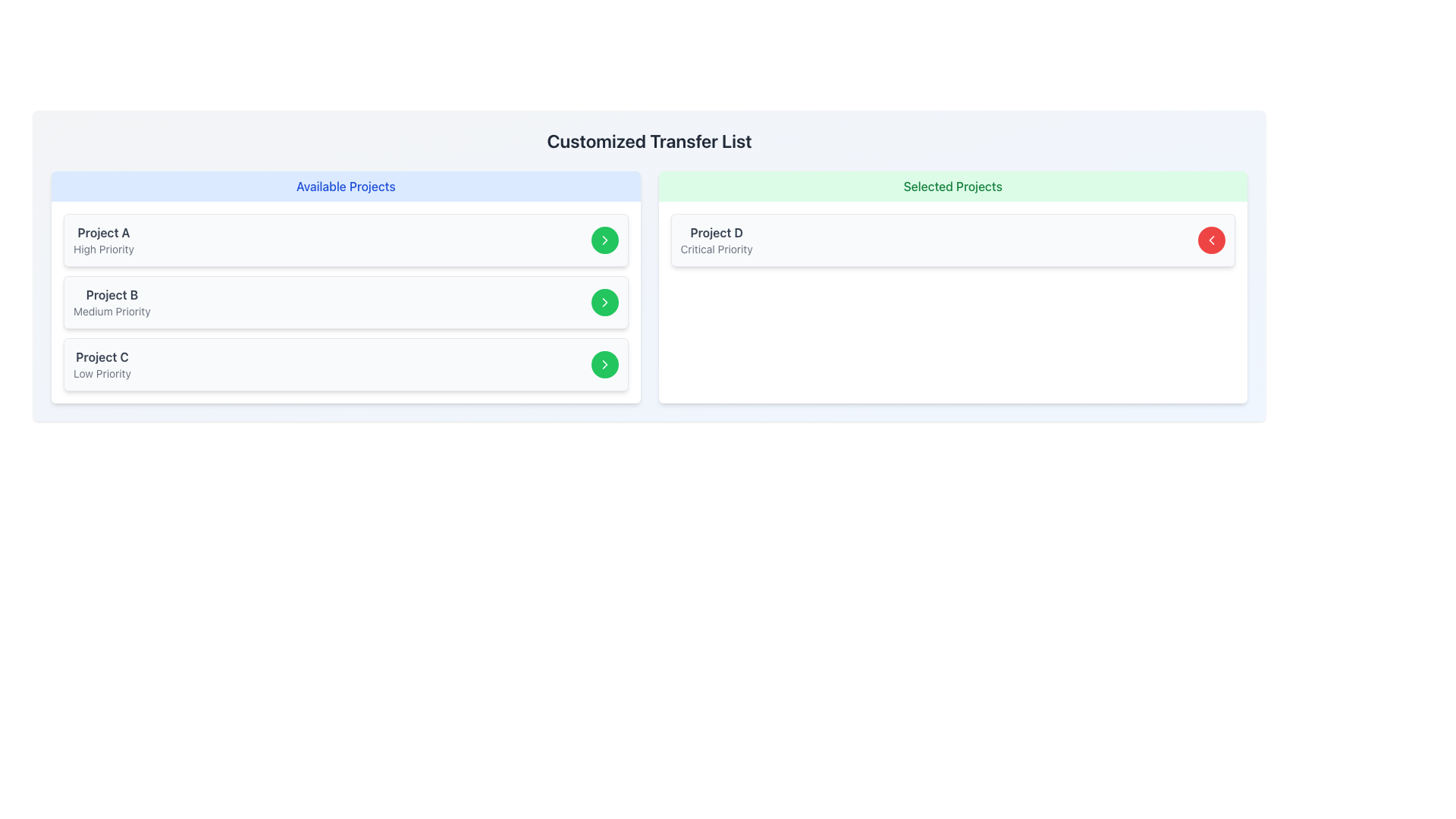  Describe the element at coordinates (604, 365) in the screenshot. I see `the chevron icon button located in the 'Available Projects' section, aligned with the entry labeled 'Project C - Low Priority', to transfer the project` at that location.